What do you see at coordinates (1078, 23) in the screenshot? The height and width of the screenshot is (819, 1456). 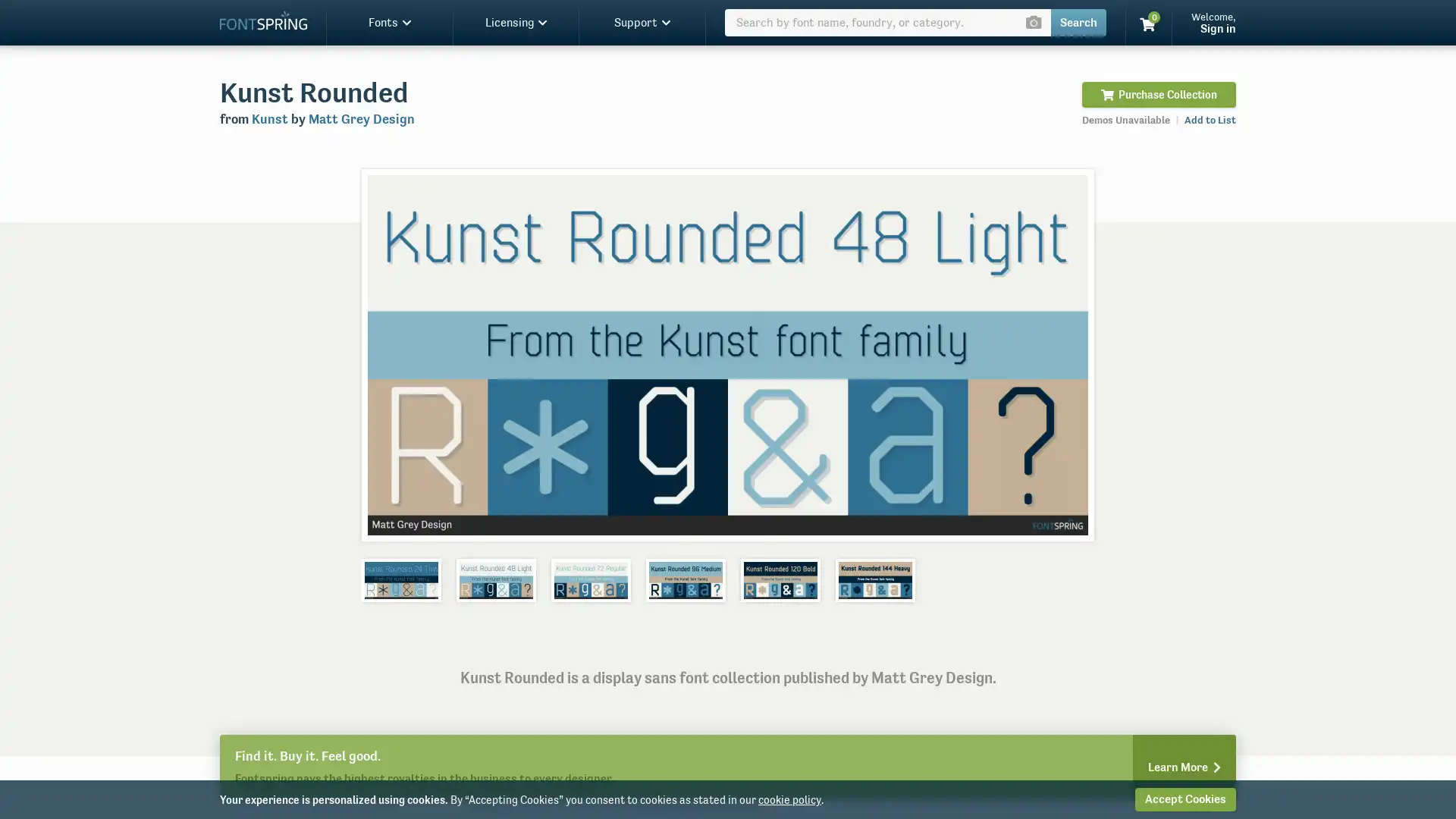 I see `Search` at bounding box center [1078, 23].